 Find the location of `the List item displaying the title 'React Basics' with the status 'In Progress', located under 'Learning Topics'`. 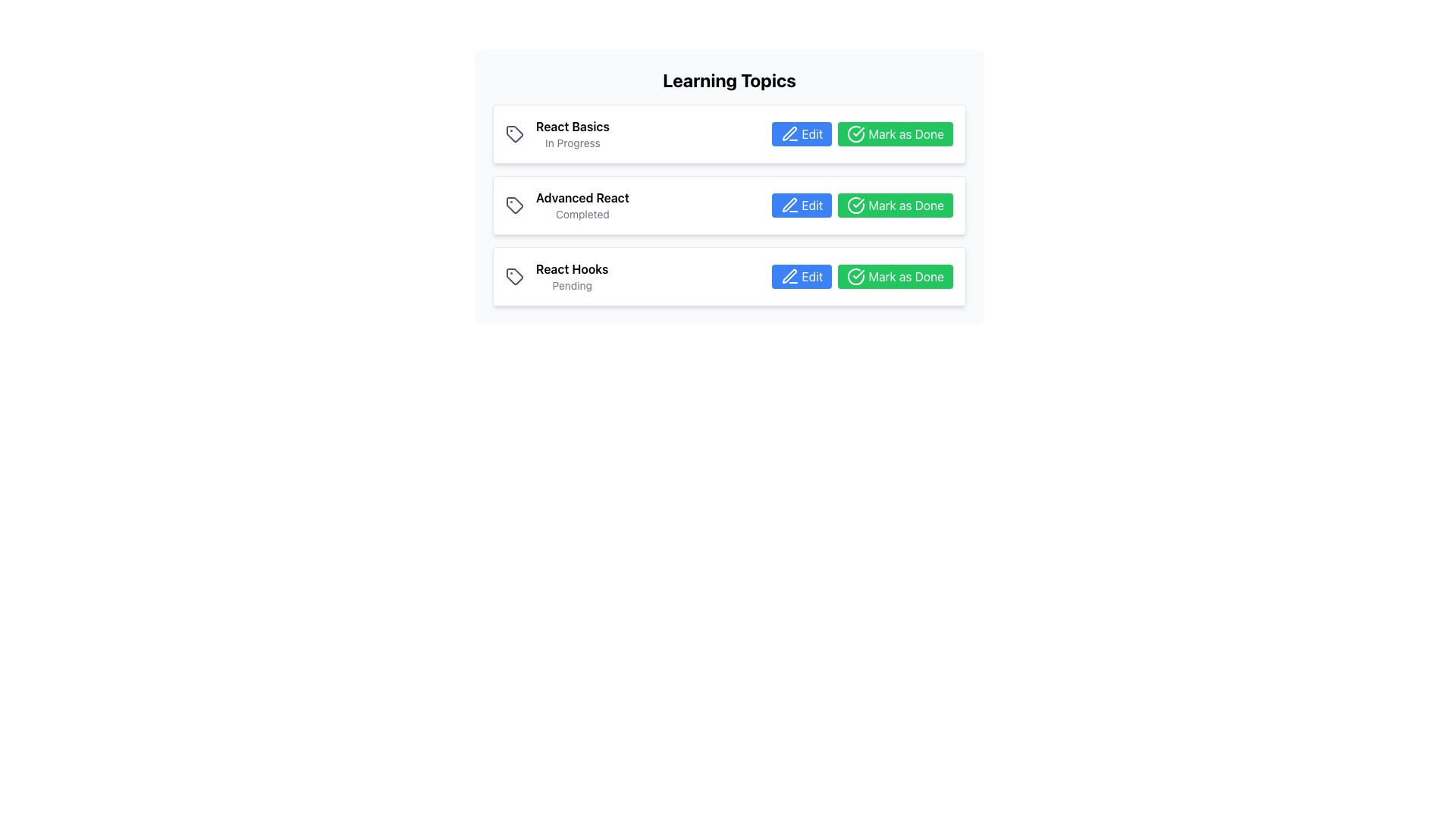

the List item displaying the title 'React Basics' with the status 'In Progress', located under 'Learning Topics' is located at coordinates (557, 133).